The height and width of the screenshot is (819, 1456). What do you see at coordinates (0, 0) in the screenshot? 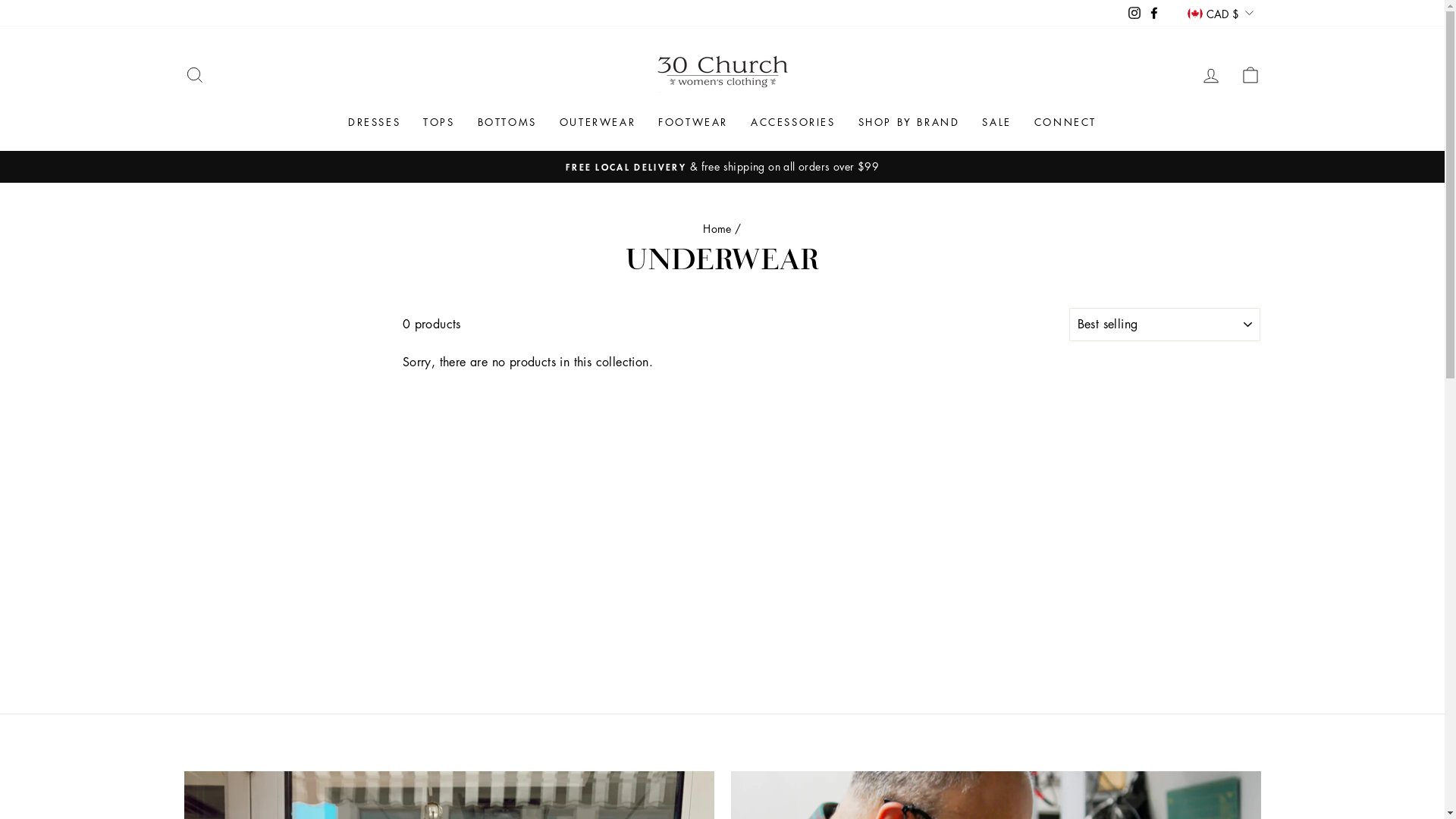
I see `'Skip to content'` at bounding box center [0, 0].